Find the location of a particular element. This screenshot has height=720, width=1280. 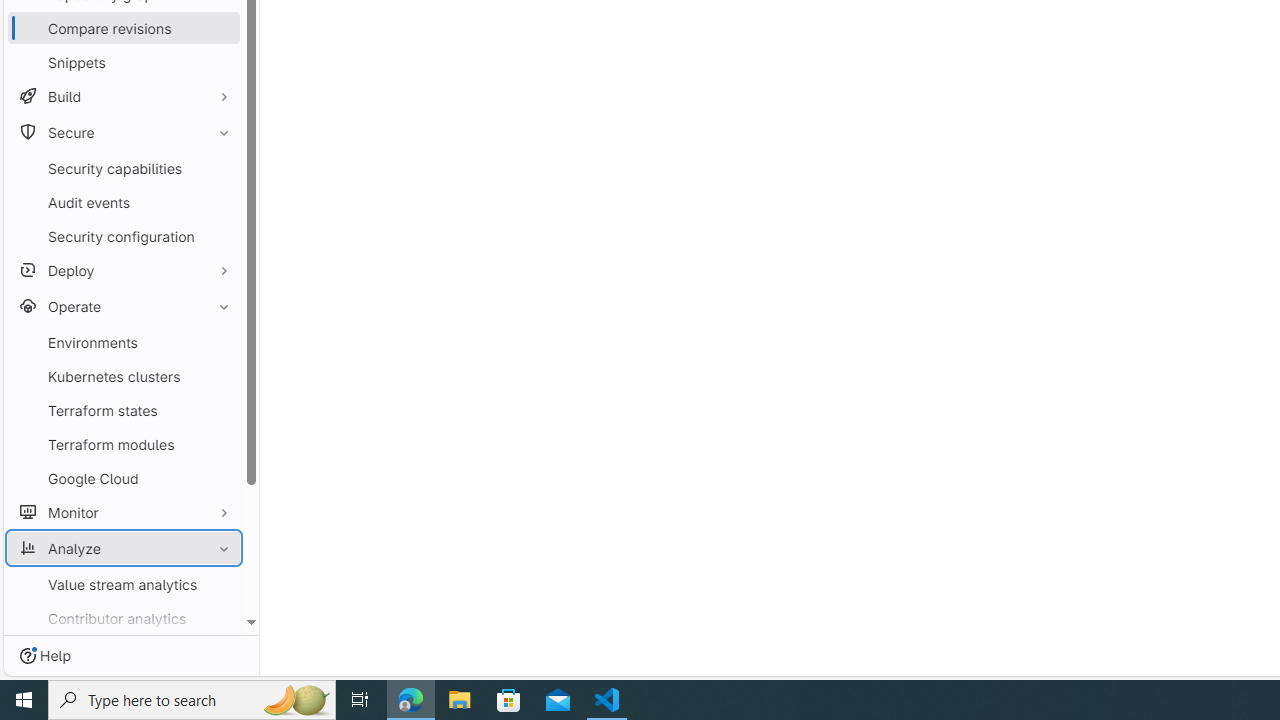

'Value stream analytics' is located at coordinates (123, 584).